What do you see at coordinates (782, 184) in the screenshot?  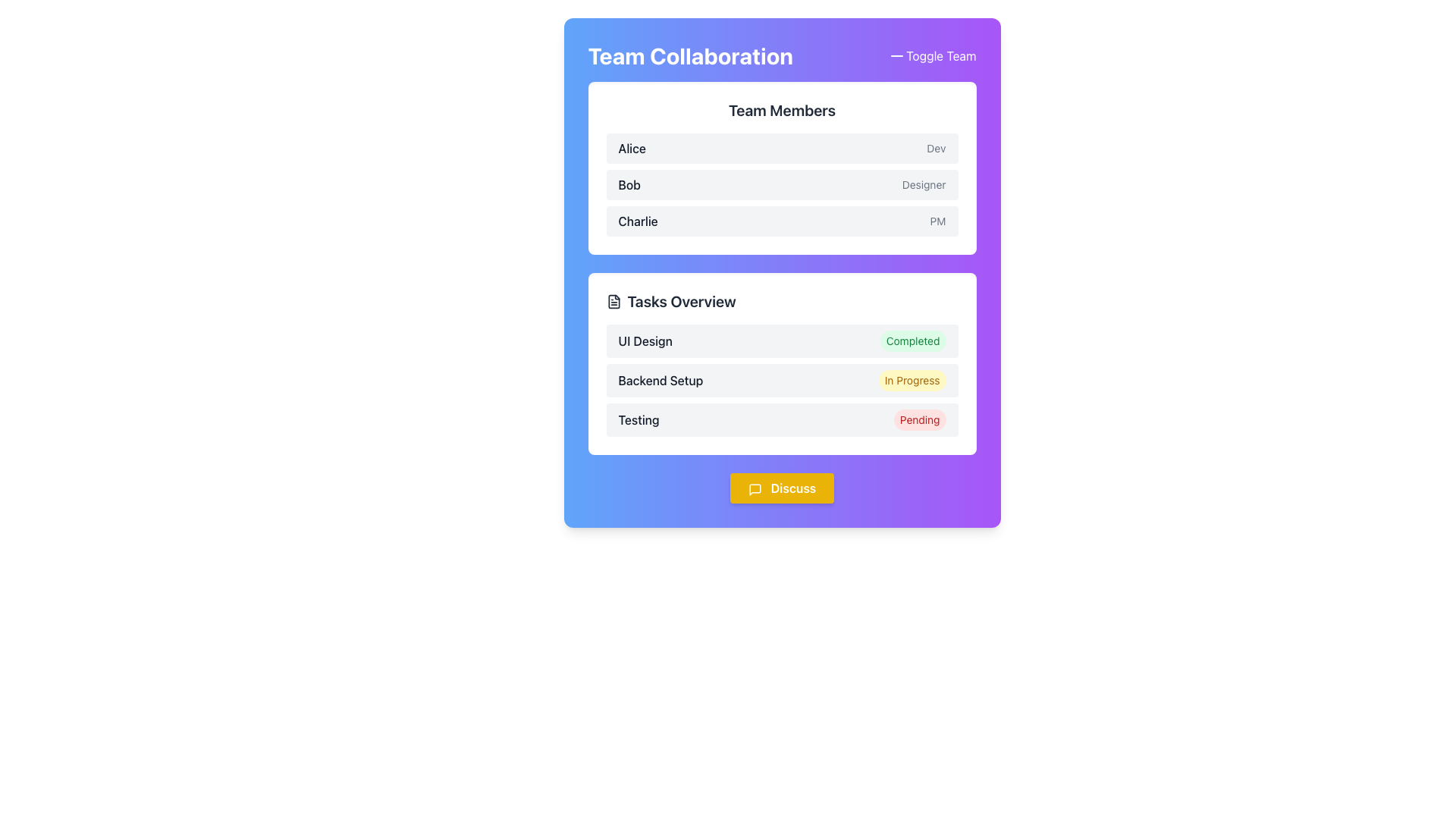 I see `the list item representing the team member 'Bob' who is a 'Designer' in the team collaboration interface` at bounding box center [782, 184].